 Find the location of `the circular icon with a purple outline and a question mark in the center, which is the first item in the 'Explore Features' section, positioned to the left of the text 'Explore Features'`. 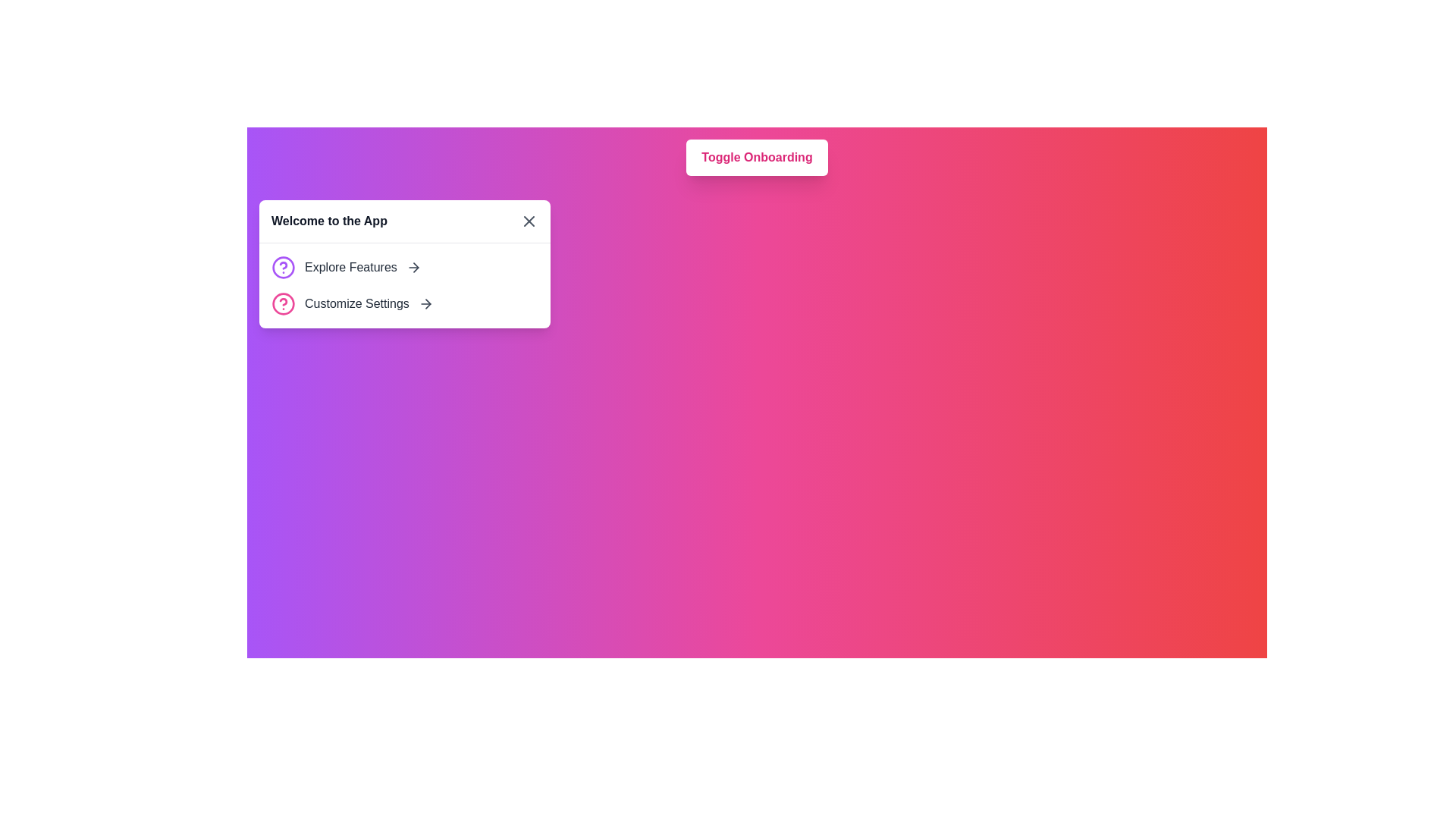

the circular icon with a purple outline and a question mark in the center, which is the first item in the 'Explore Features' section, positioned to the left of the text 'Explore Features' is located at coordinates (284, 267).